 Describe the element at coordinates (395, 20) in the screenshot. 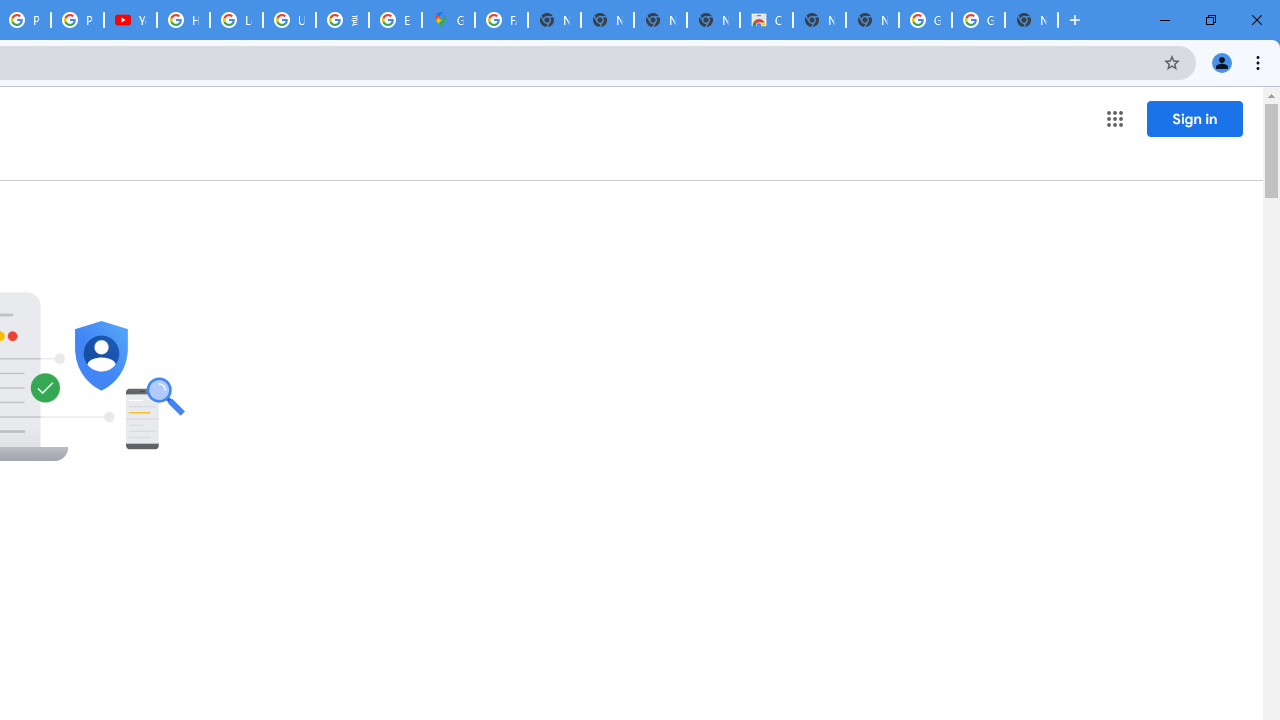

I see `'Explore new street-level details - Google Maps Help'` at that location.